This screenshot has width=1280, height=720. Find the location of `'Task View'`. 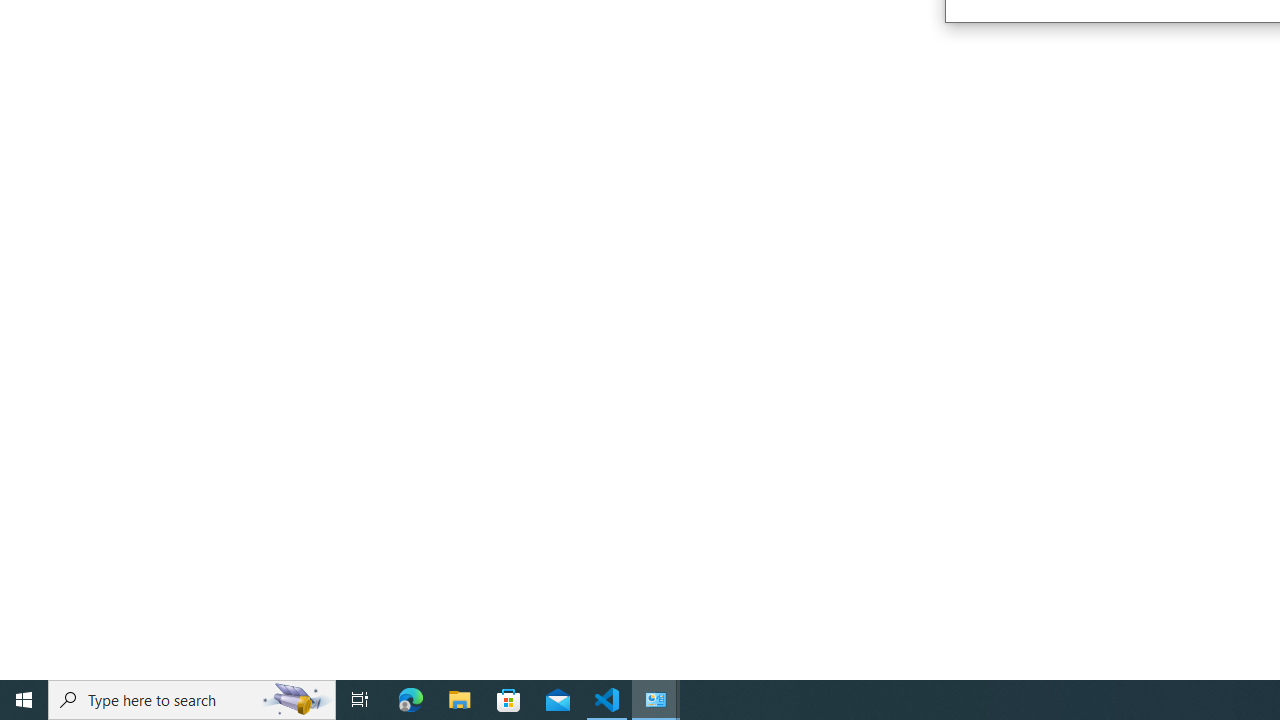

'Task View' is located at coordinates (359, 698).